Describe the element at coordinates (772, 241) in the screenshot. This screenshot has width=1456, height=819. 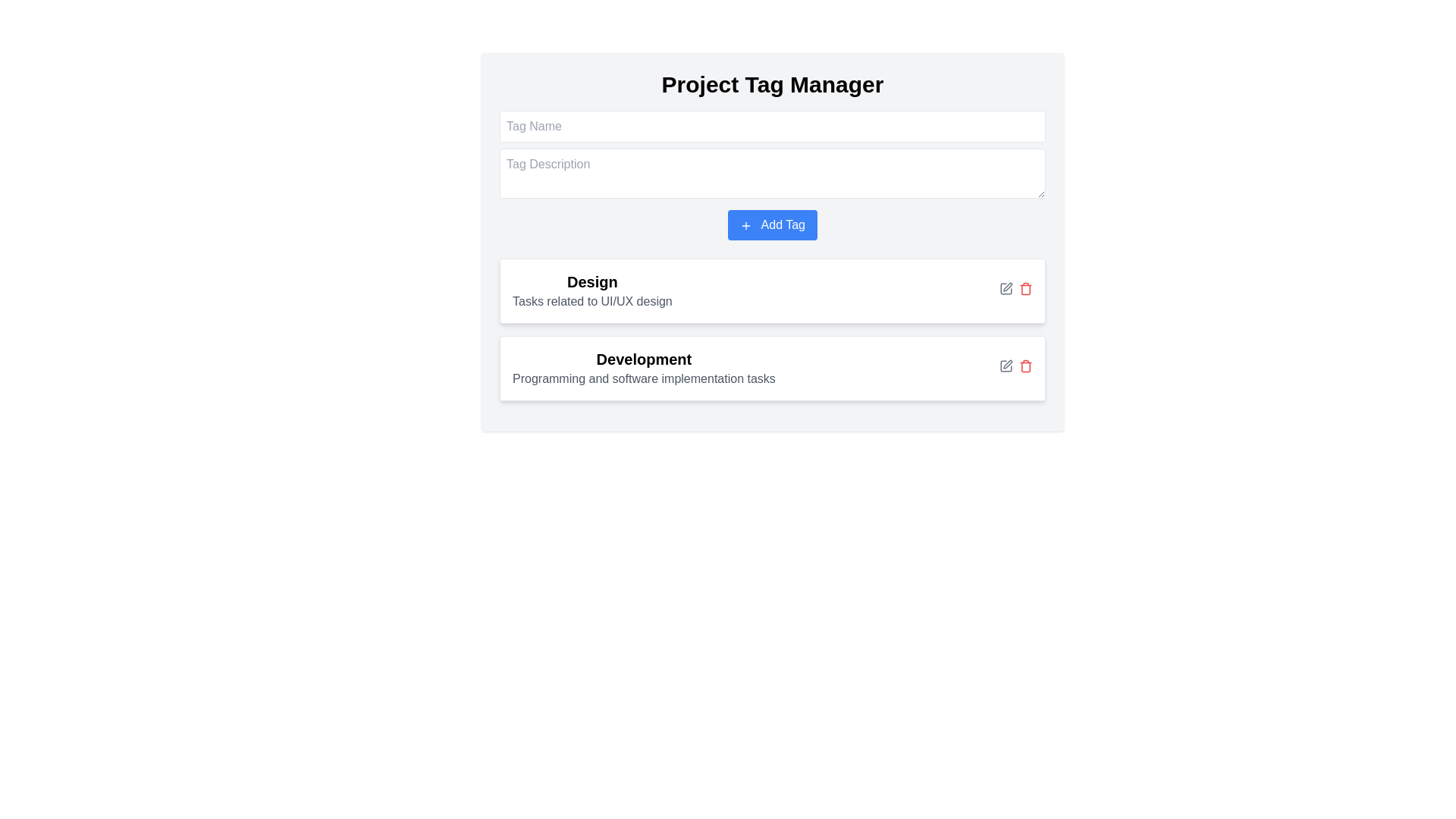
I see `the button for adding a new tag, which is located directly below the 'Tag Name' and 'Tag Description' input fields and above the categorized list of 'Design' and 'Development'` at that location.